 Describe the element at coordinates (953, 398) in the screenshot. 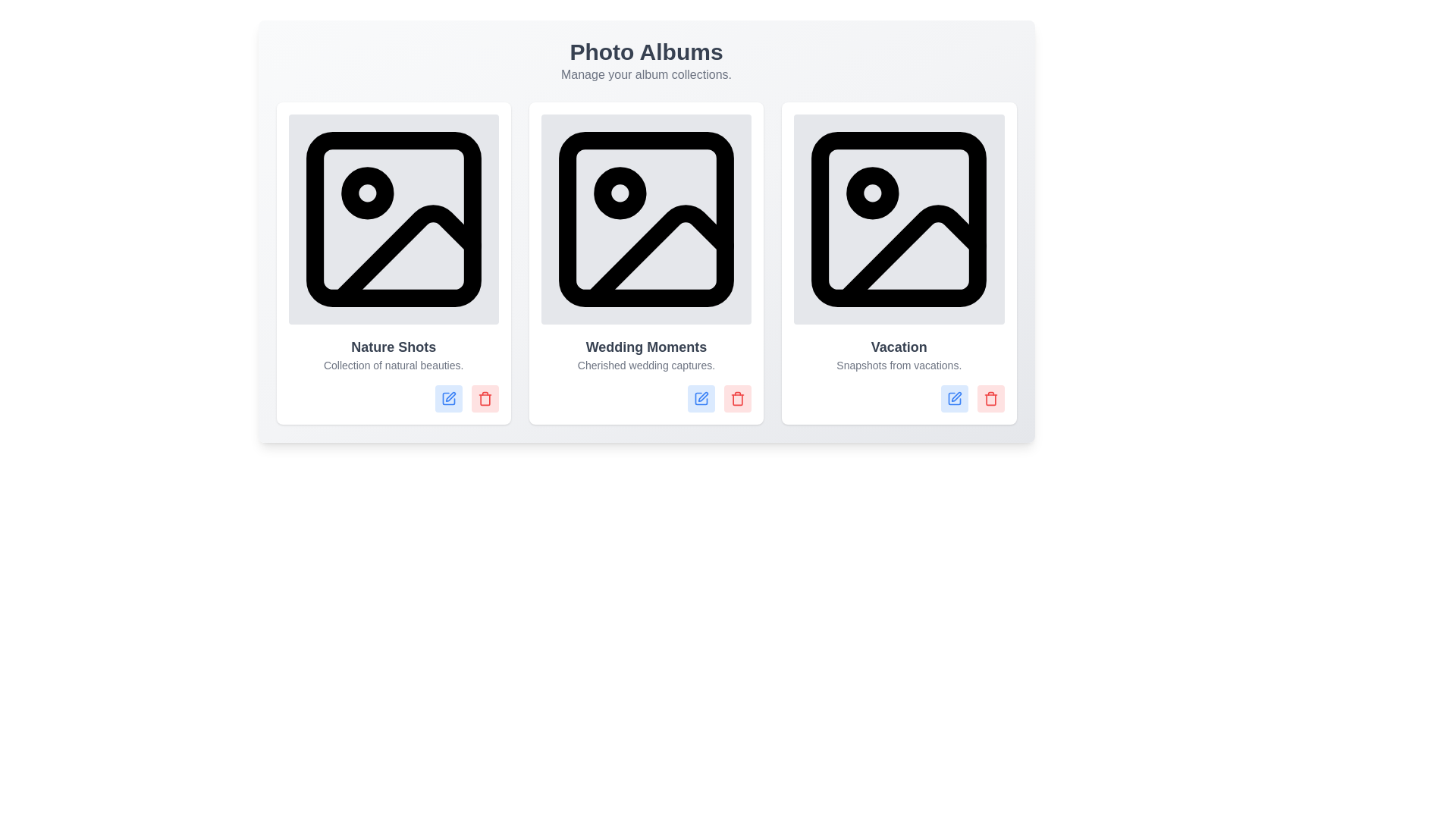

I see `edit button of the album titled Vacation` at that location.